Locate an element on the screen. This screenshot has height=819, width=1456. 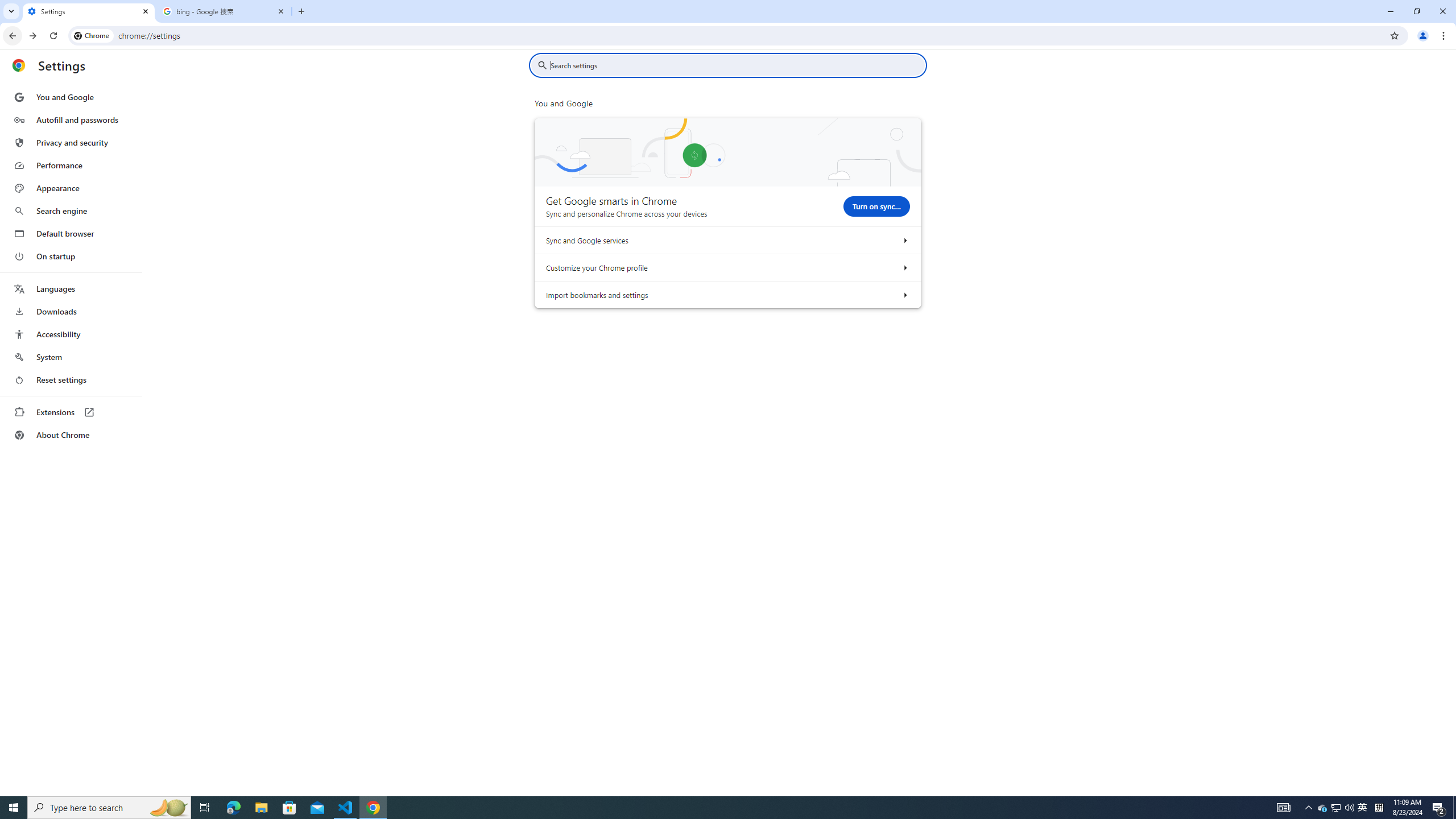
'Search settings' is located at coordinates (735, 65).